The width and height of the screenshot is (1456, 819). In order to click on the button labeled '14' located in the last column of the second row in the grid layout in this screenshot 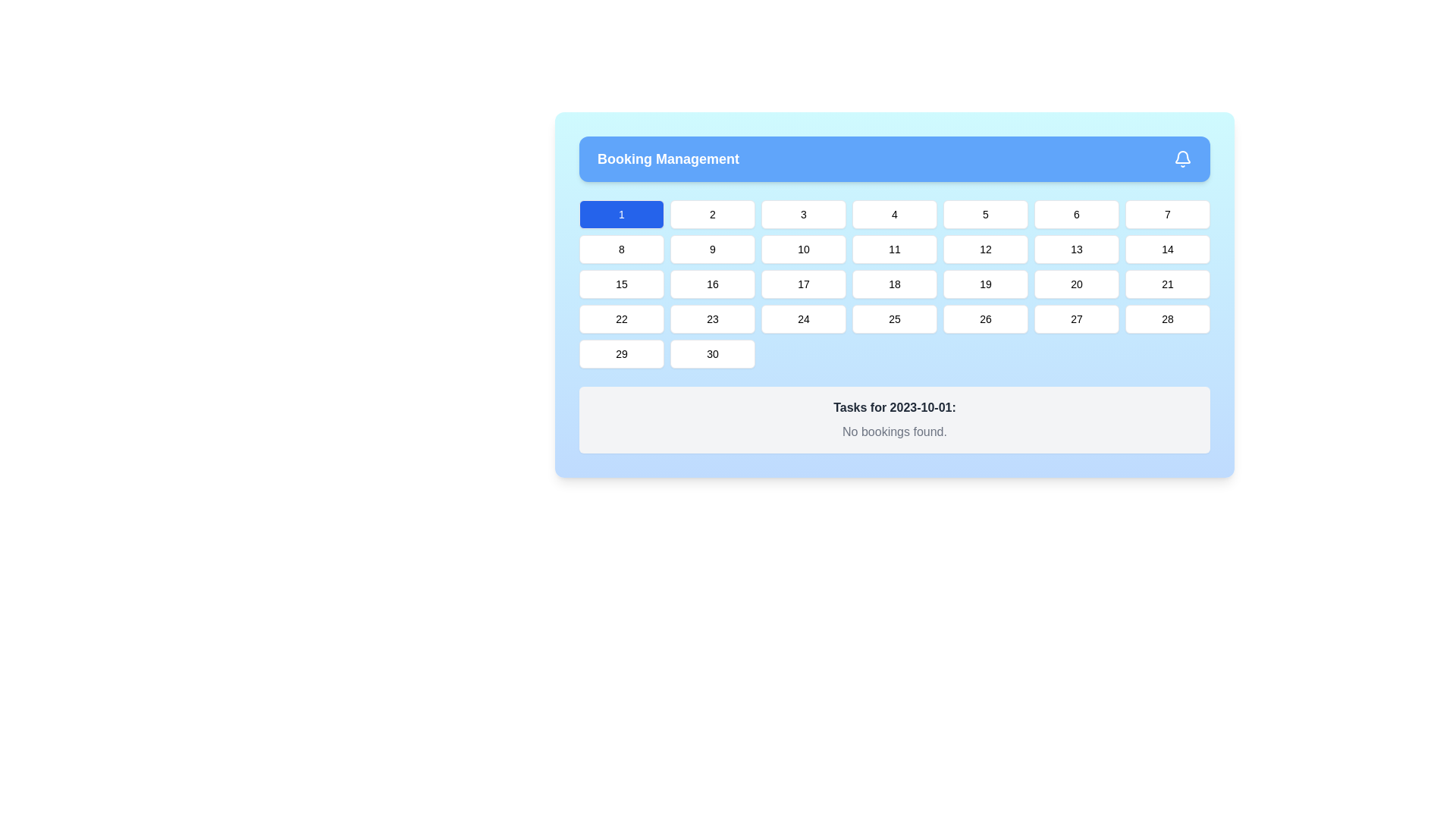, I will do `click(1167, 248)`.